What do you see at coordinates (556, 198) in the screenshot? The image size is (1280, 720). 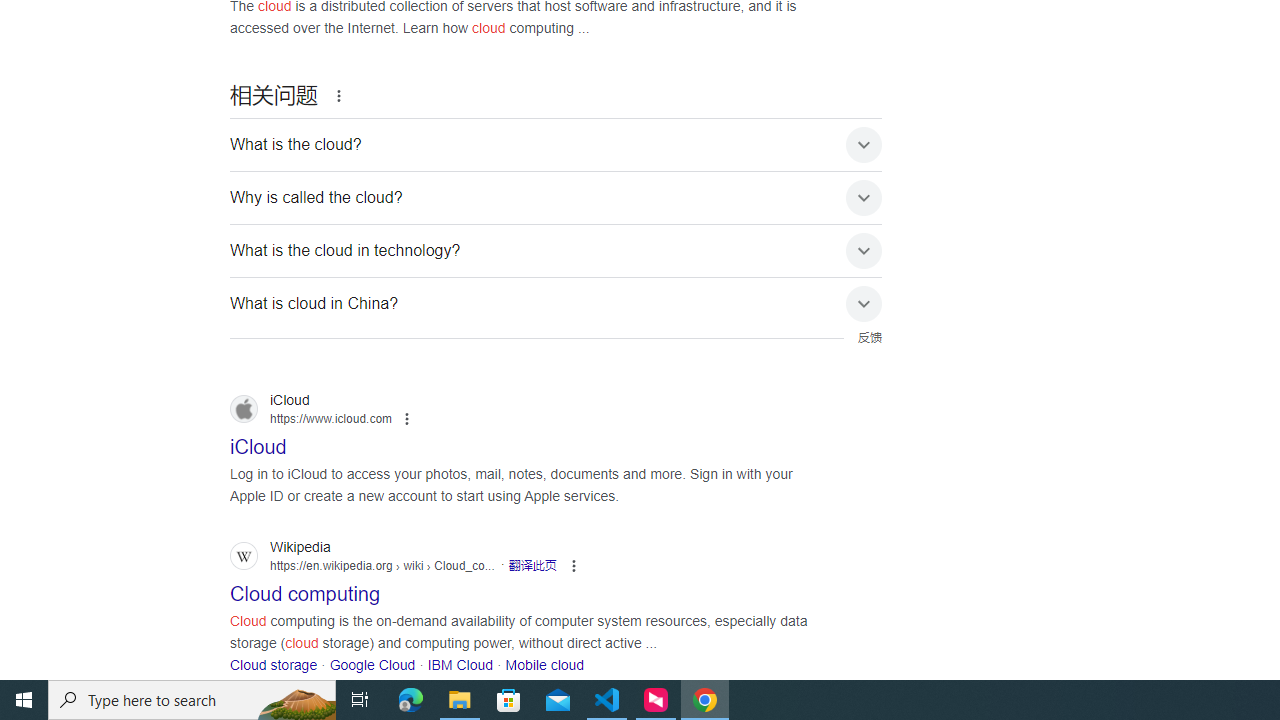 I see `'Why is called the cloud?'` at bounding box center [556, 198].